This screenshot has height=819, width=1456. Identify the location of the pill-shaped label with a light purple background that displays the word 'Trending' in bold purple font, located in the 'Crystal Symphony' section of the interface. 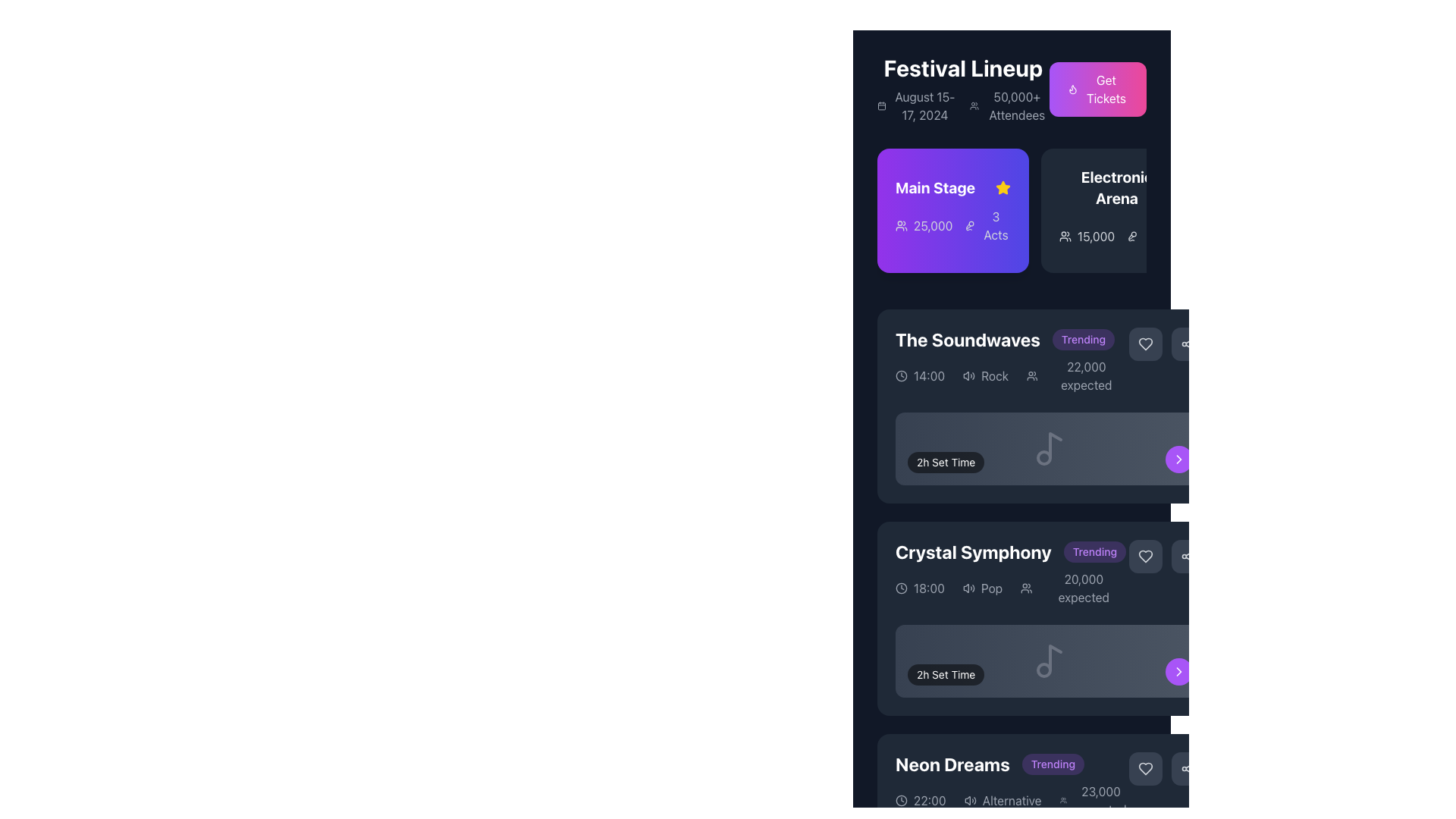
(1094, 552).